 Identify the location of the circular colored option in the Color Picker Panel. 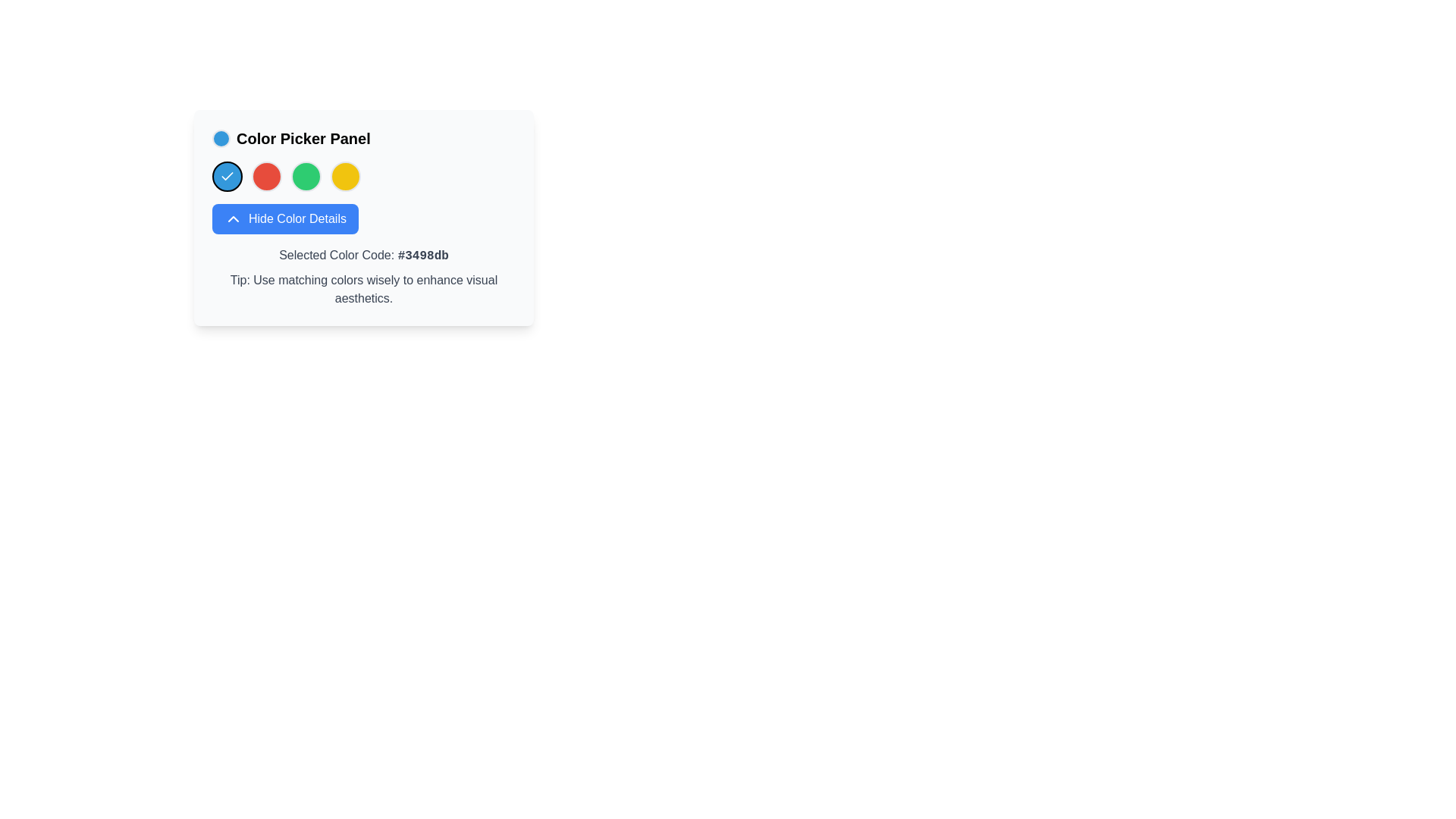
(364, 175).